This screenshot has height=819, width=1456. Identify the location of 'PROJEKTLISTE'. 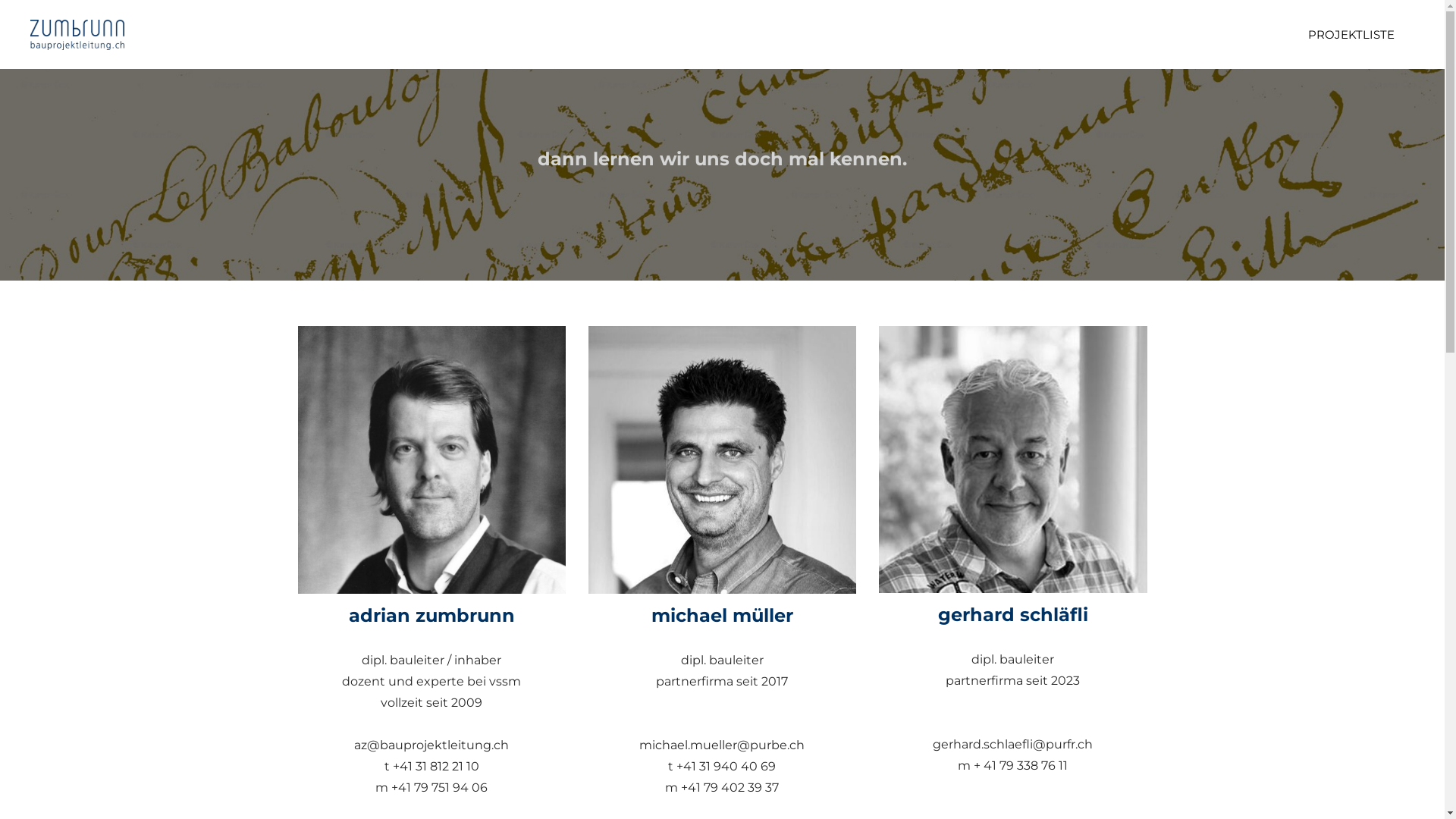
(1351, 34).